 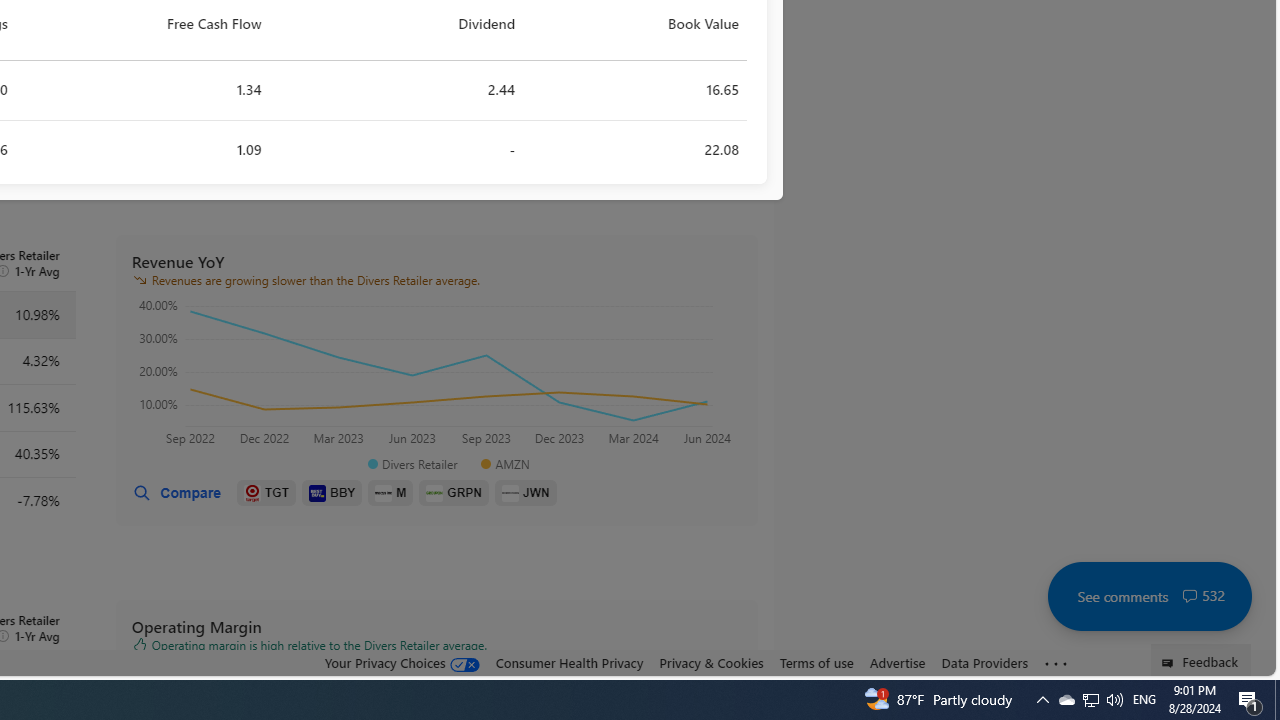 What do you see at coordinates (816, 663) in the screenshot?
I see `'Terms of use'` at bounding box center [816, 663].